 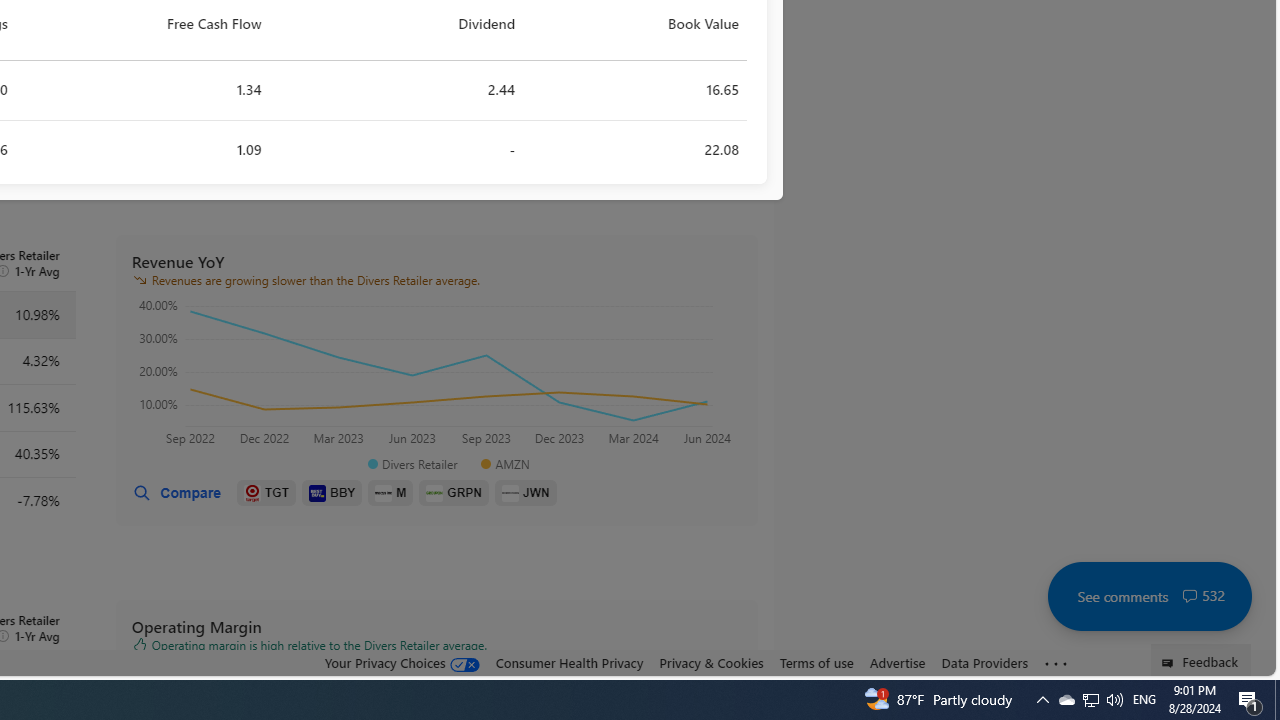 What do you see at coordinates (816, 663) in the screenshot?
I see `'Terms of use'` at bounding box center [816, 663].